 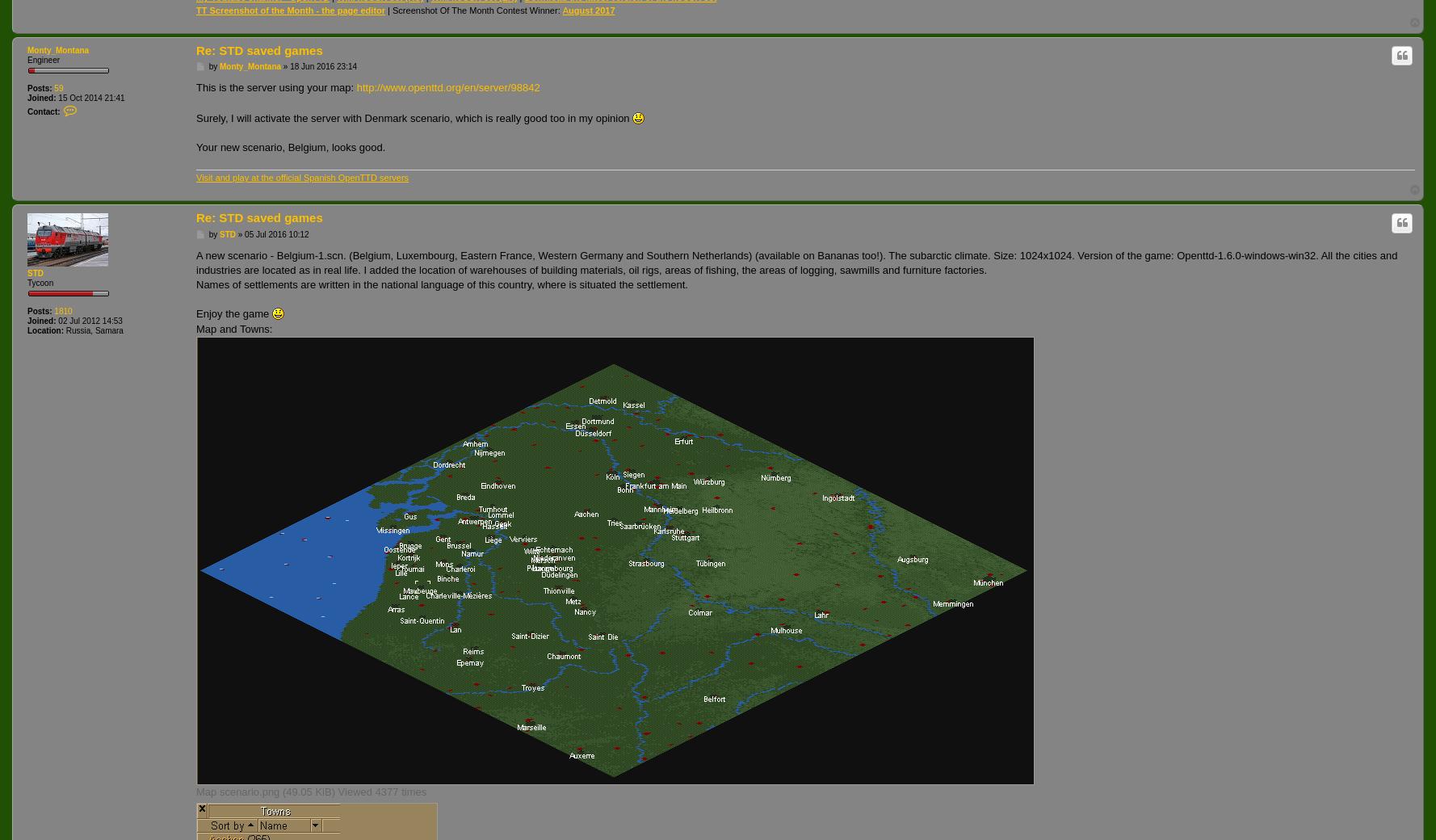 What do you see at coordinates (323, 65) in the screenshot?
I see `'18 Jun 2016 23:14'` at bounding box center [323, 65].